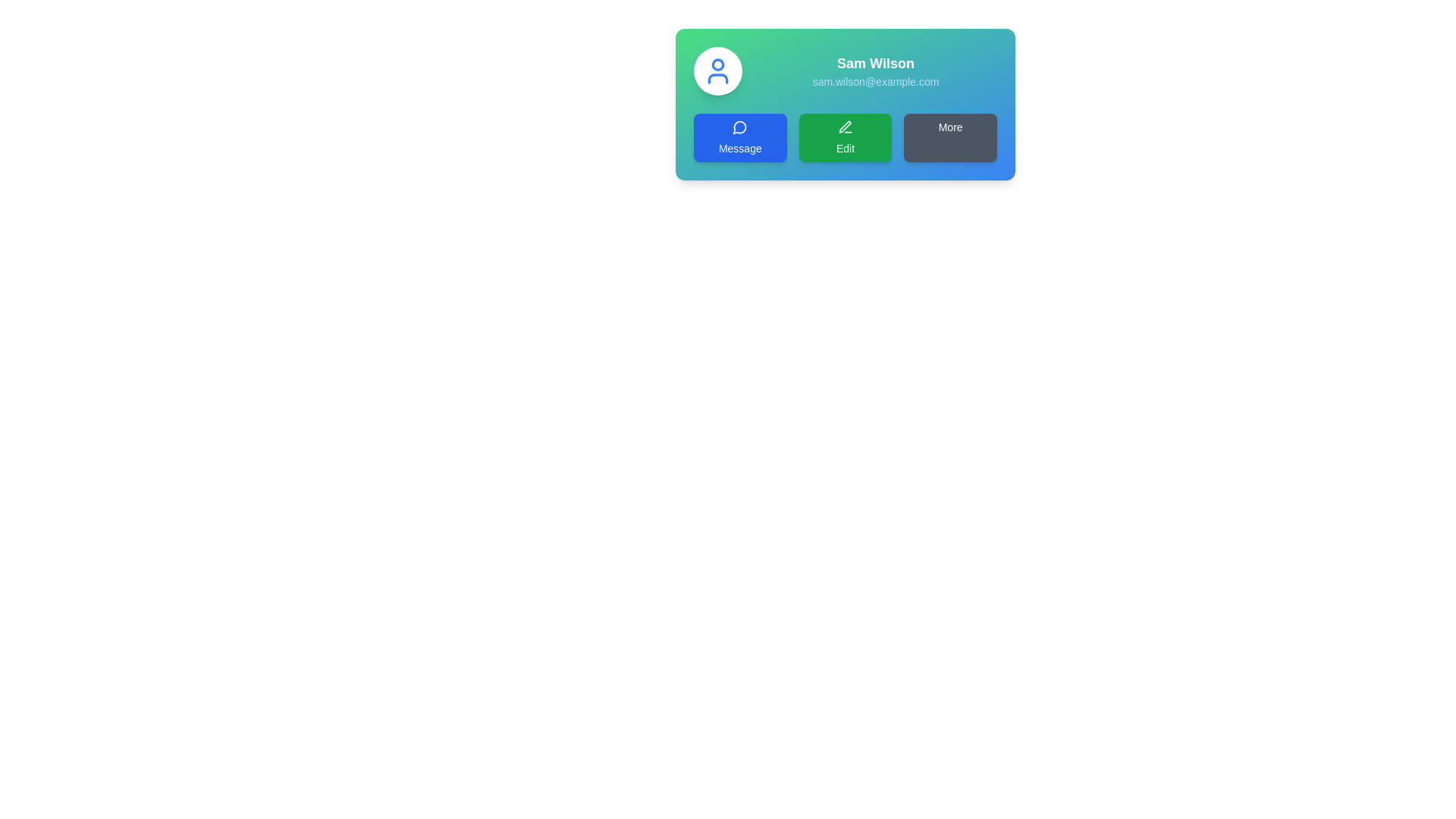 The width and height of the screenshot is (1456, 819). I want to click on the Decorative Icon, which is a speech bubble-shaped icon filled with a blue gradient, located centrally within the button labeled 'Message', so click(739, 127).